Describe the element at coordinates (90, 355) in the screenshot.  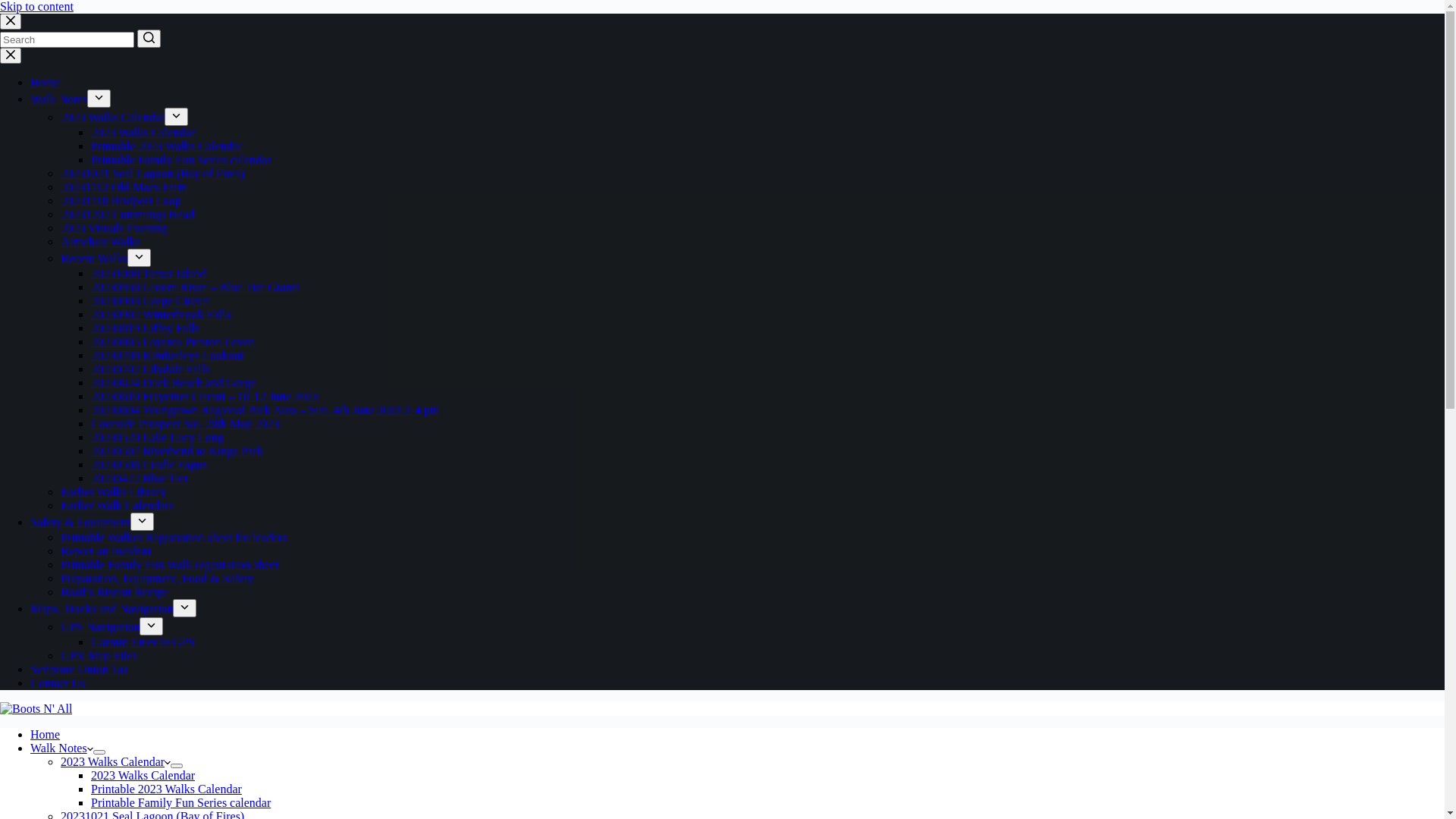
I see `'20230708 Kimberleys Lookout'` at that location.